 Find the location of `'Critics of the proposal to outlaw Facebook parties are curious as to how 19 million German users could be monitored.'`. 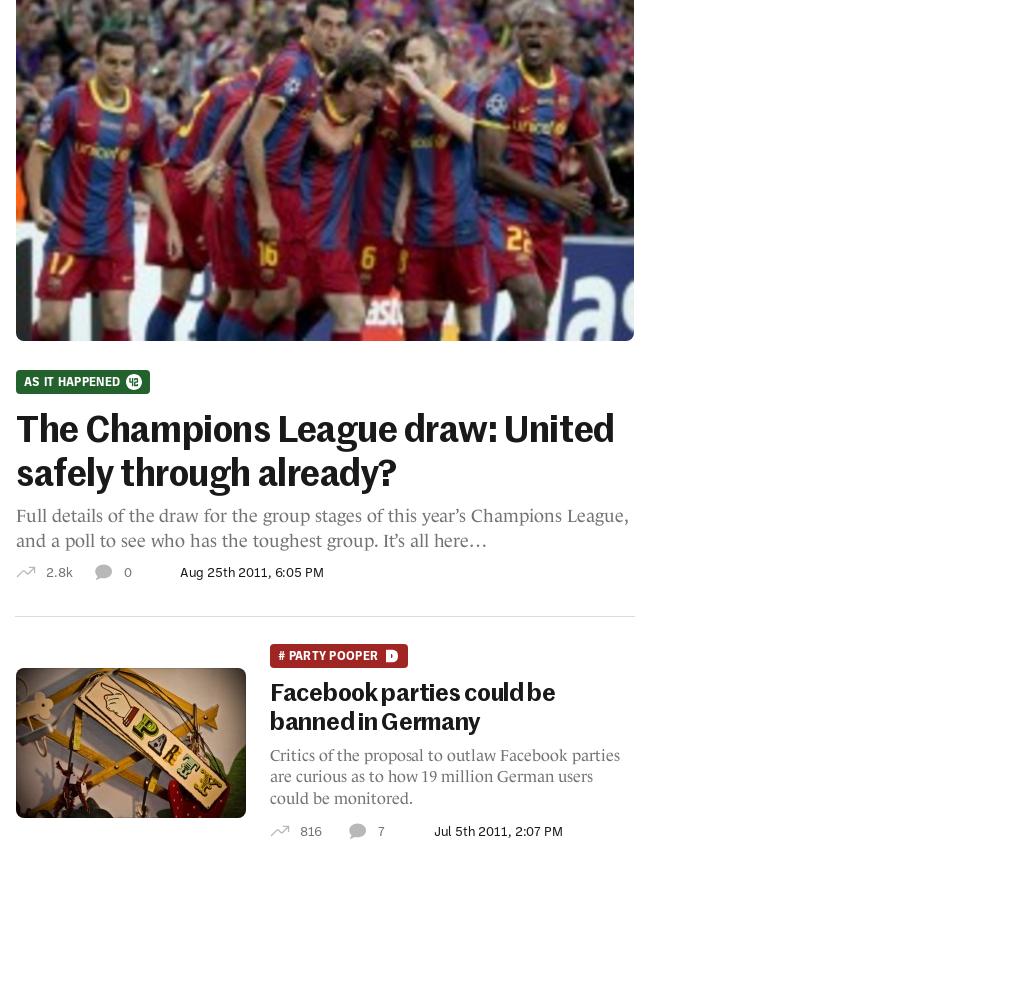

'Critics of the proposal to outlaw Facebook parties are curious as to how 19 million German users could be monitored.' is located at coordinates (268, 774).